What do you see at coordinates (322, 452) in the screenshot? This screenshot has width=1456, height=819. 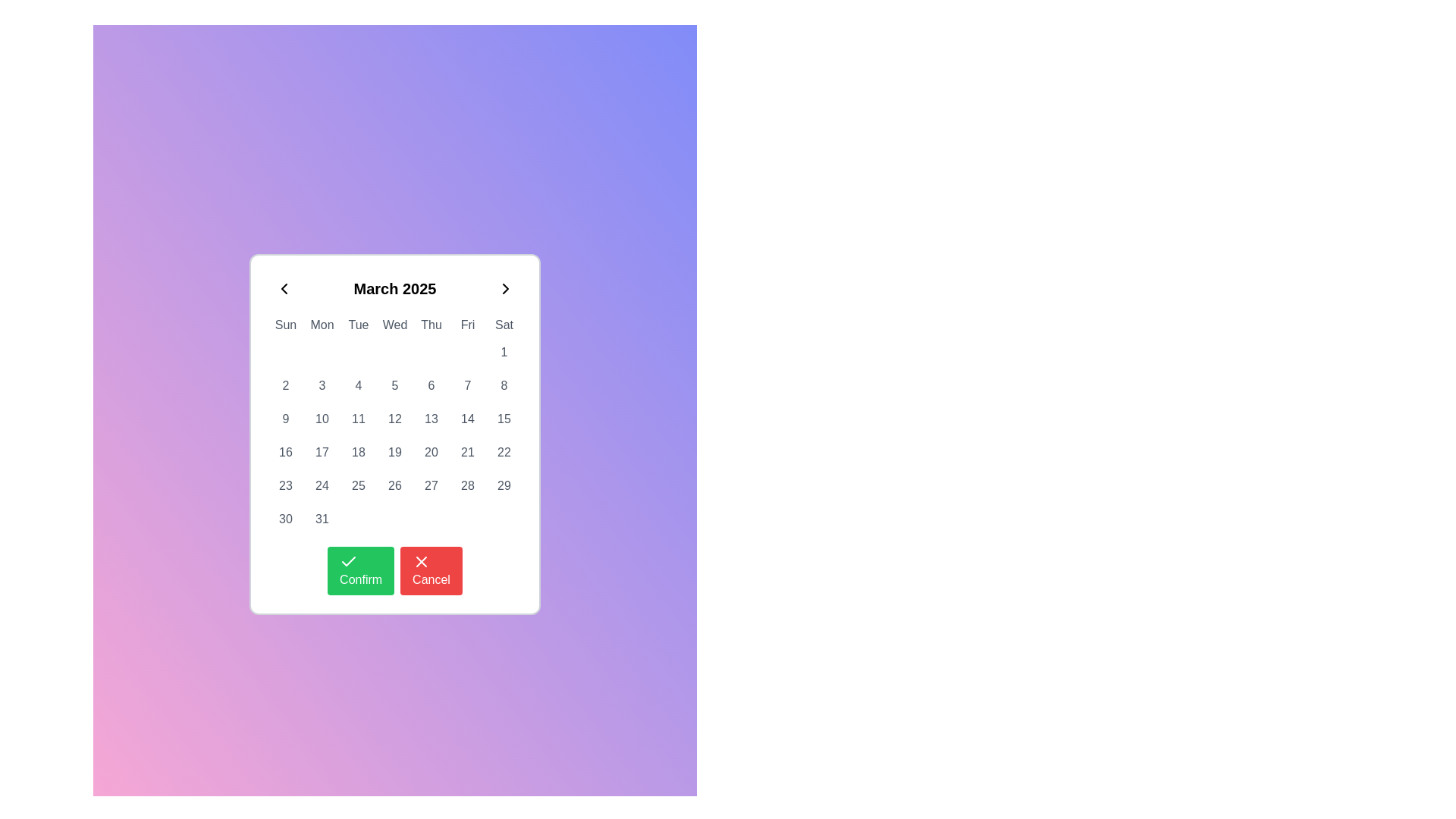 I see `the rounded rectangular button labeled '17' in the sixth row and second column of the March 2025 calendar grid` at bounding box center [322, 452].